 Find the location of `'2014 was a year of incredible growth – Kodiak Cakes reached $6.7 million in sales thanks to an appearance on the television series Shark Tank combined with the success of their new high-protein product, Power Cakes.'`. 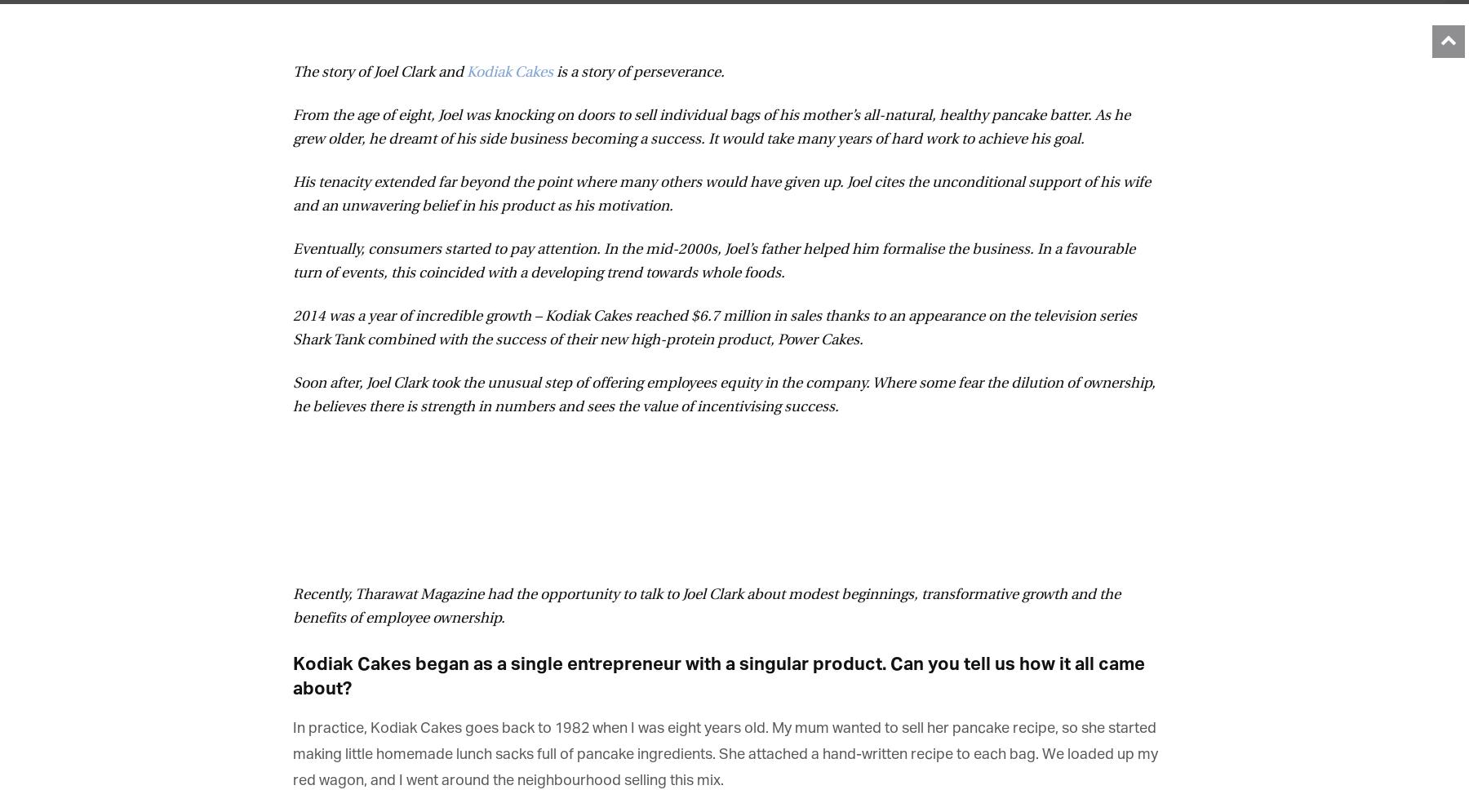

'2014 was a year of incredible growth – Kodiak Cakes reached $6.7 million in sales thanks to an appearance on the television series Shark Tank combined with the success of their new high-protein product, Power Cakes.' is located at coordinates (713, 328).